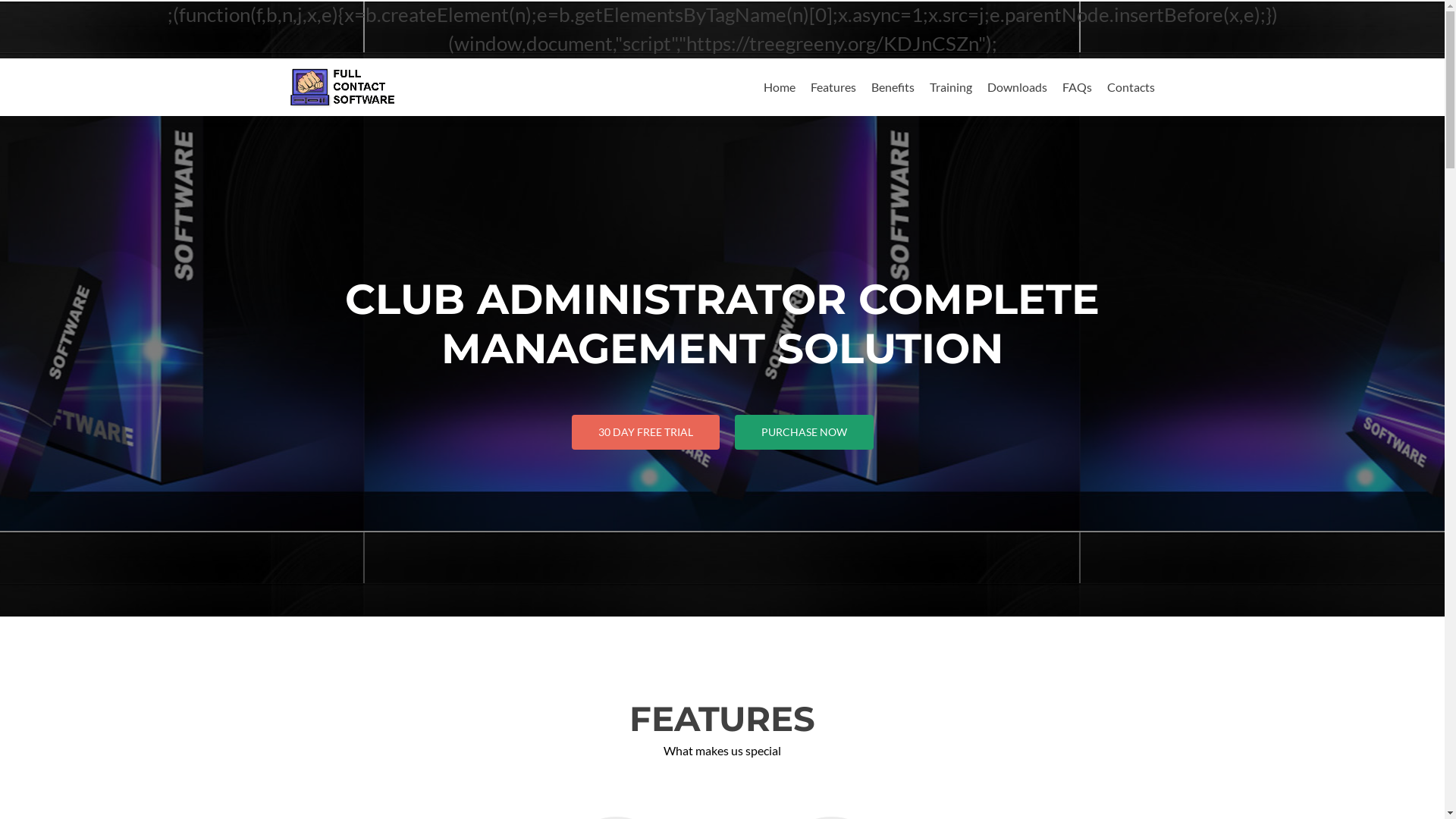 The image size is (1456, 819). What do you see at coordinates (1131, 86) in the screenshot?
I see `'Contacts'` at bounding box center [1131, 86].